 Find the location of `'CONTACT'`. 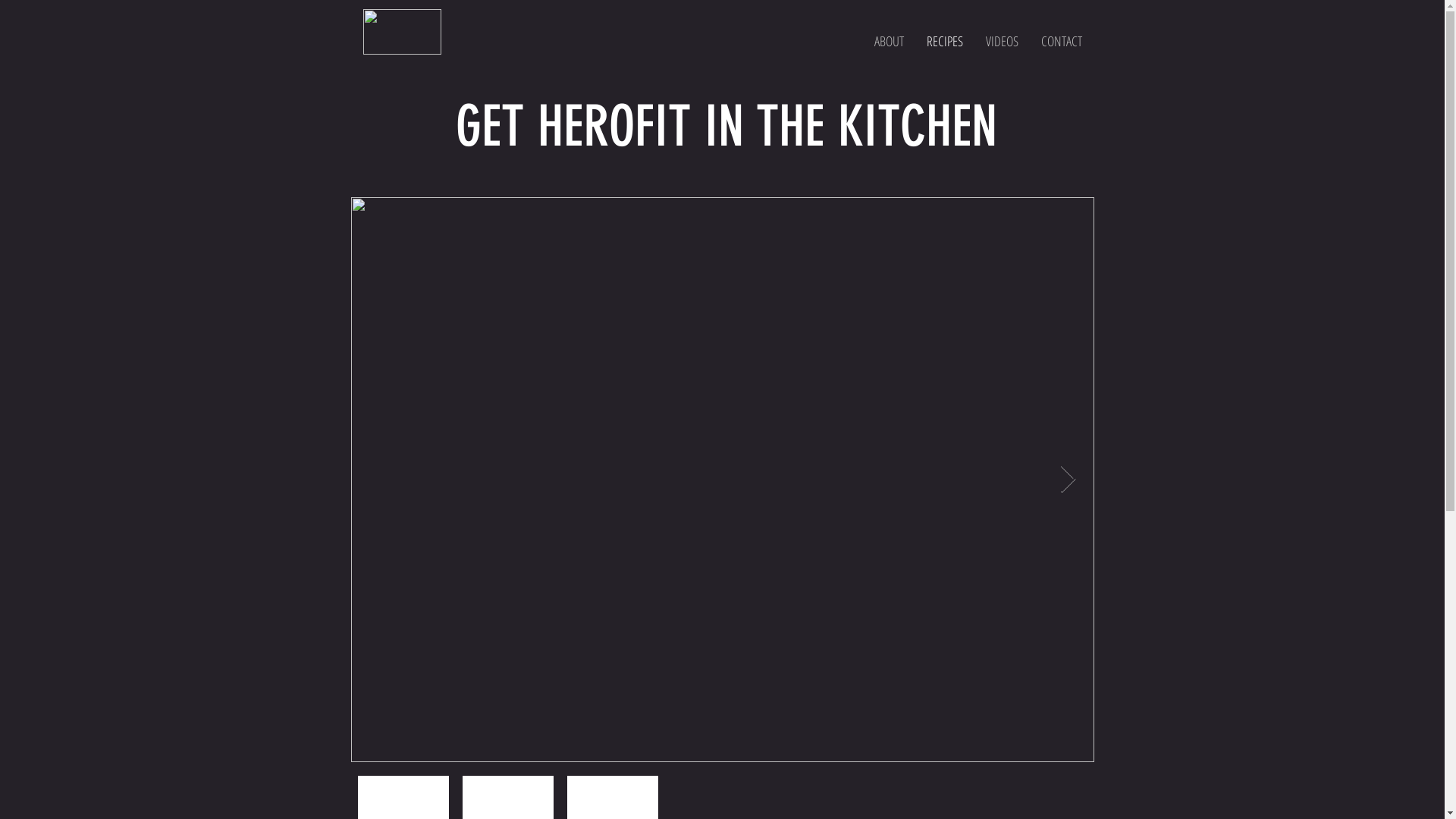

'CONTACT' is located at coordinates (1030, 40).